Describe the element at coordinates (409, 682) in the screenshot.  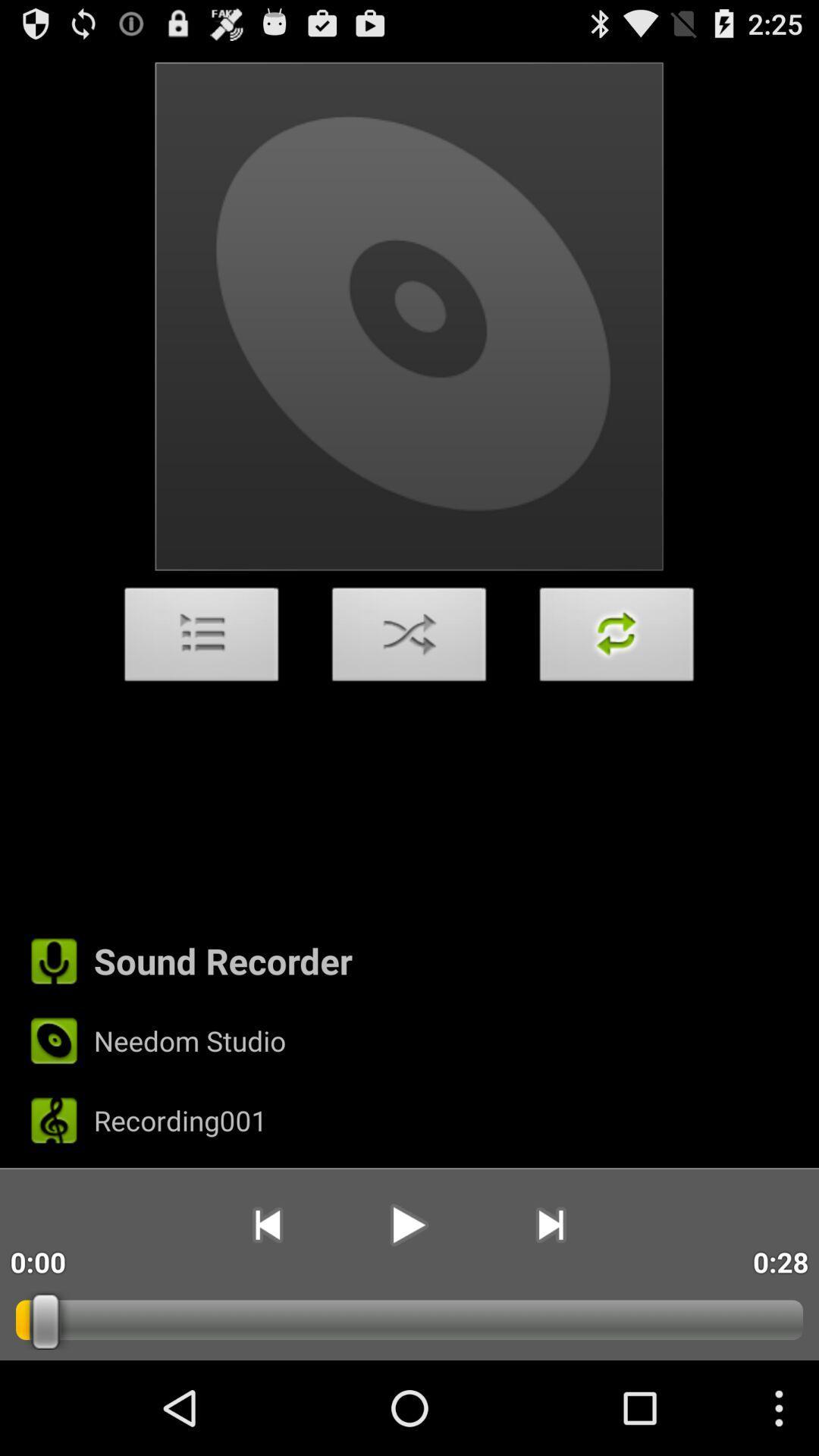
I see `the close icon` at that location.